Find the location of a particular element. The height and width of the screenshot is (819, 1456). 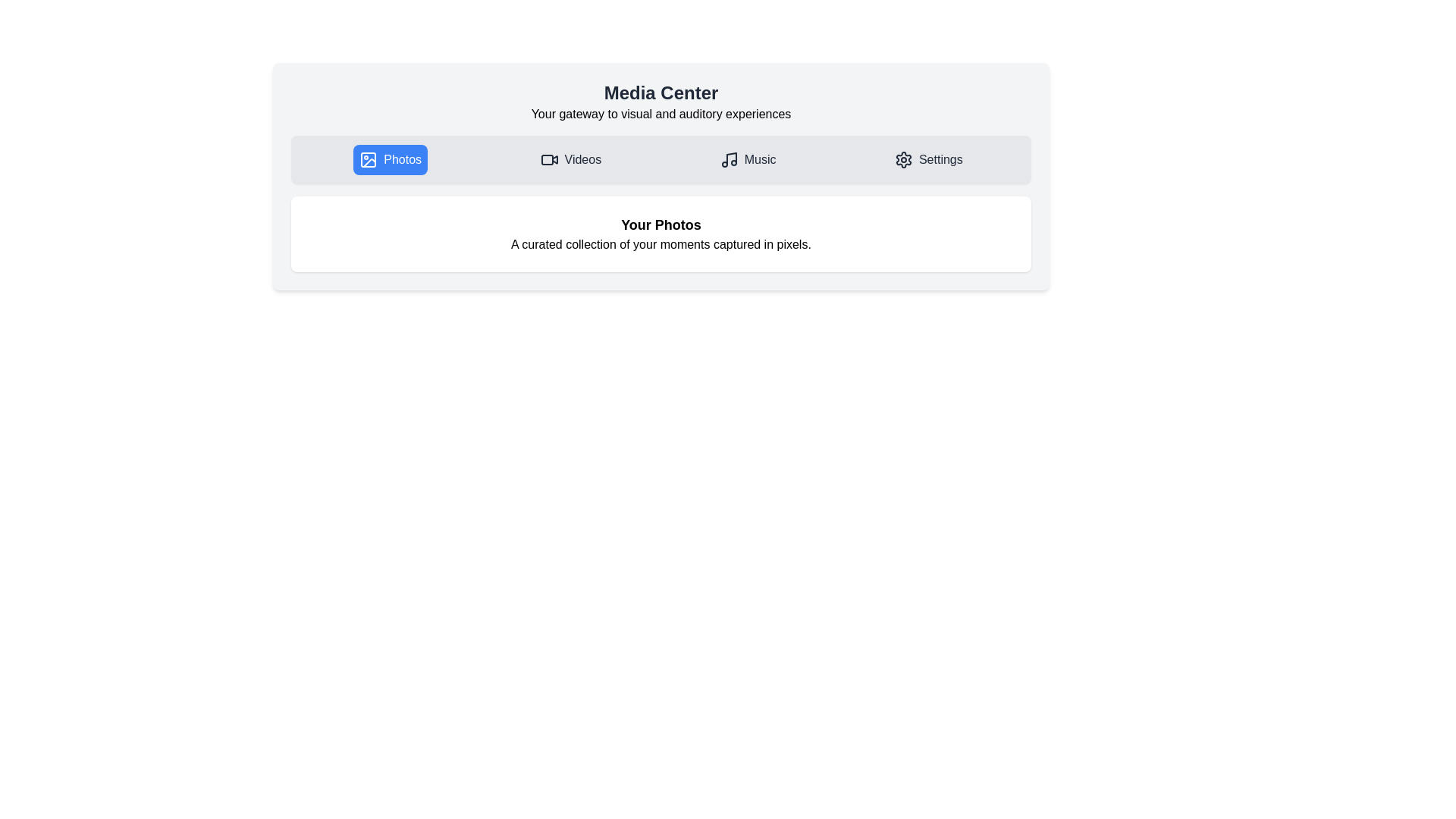

text phrase 'Your gateway to visual and auditory experiences' located beneath the bold header 'Media Center' in the main centered section of the webpage is located at coordinates (661, 113).